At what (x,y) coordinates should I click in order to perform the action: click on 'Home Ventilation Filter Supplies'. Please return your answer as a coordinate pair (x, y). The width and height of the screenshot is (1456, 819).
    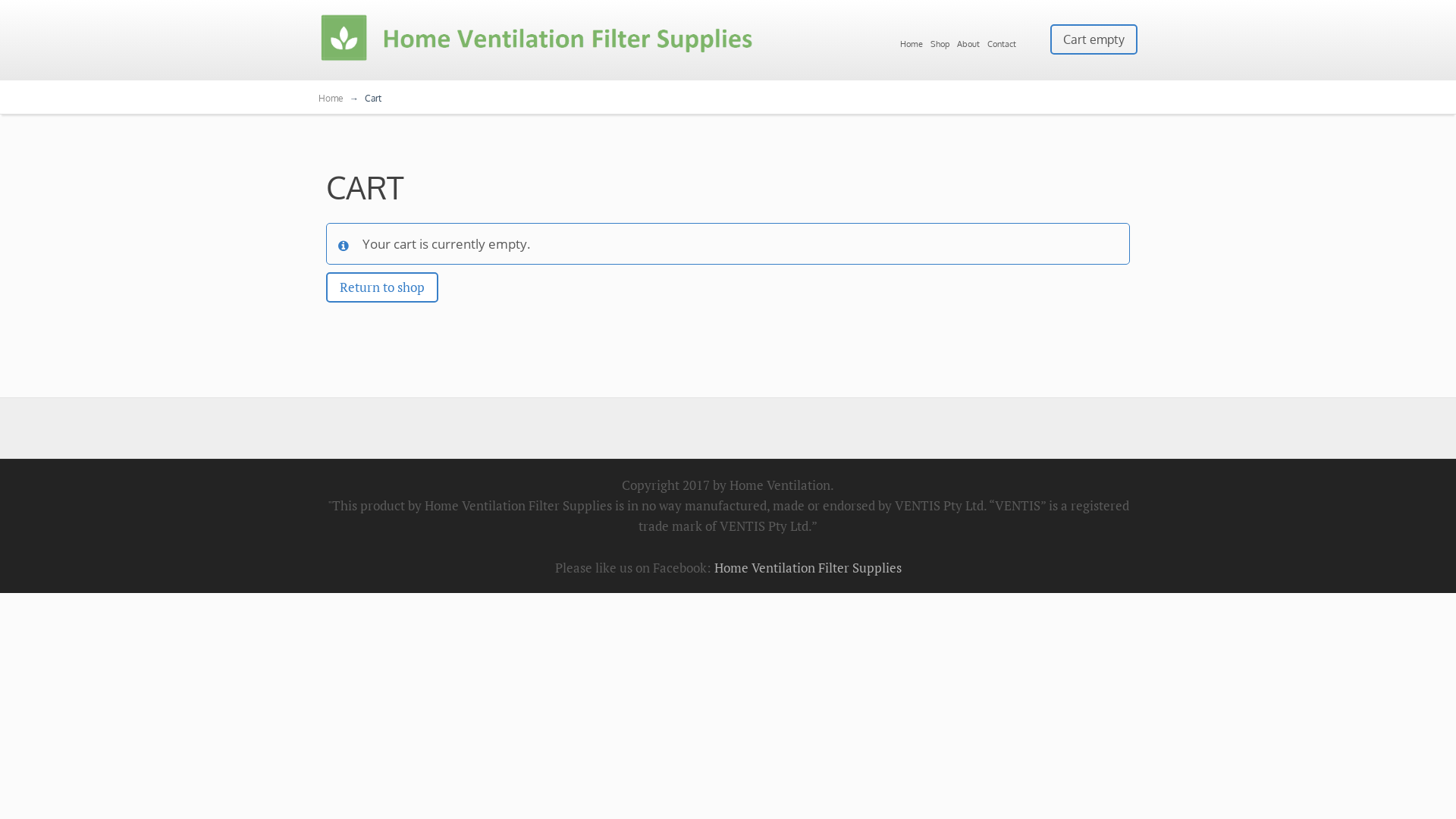
    Looking at the image, I should click on (807, 567).